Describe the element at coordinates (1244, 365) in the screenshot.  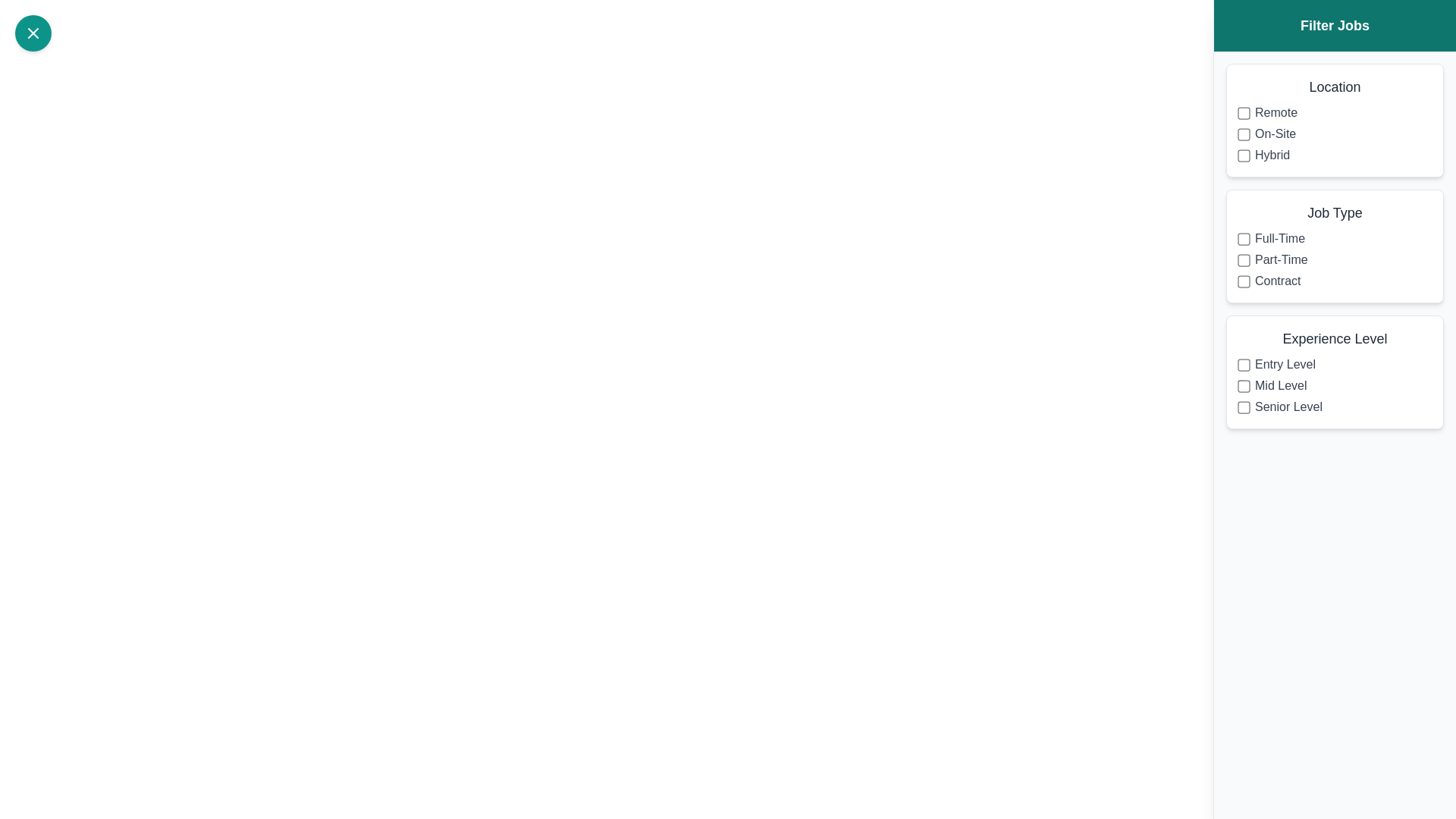
I see `the filter option Entry Level` at that location.